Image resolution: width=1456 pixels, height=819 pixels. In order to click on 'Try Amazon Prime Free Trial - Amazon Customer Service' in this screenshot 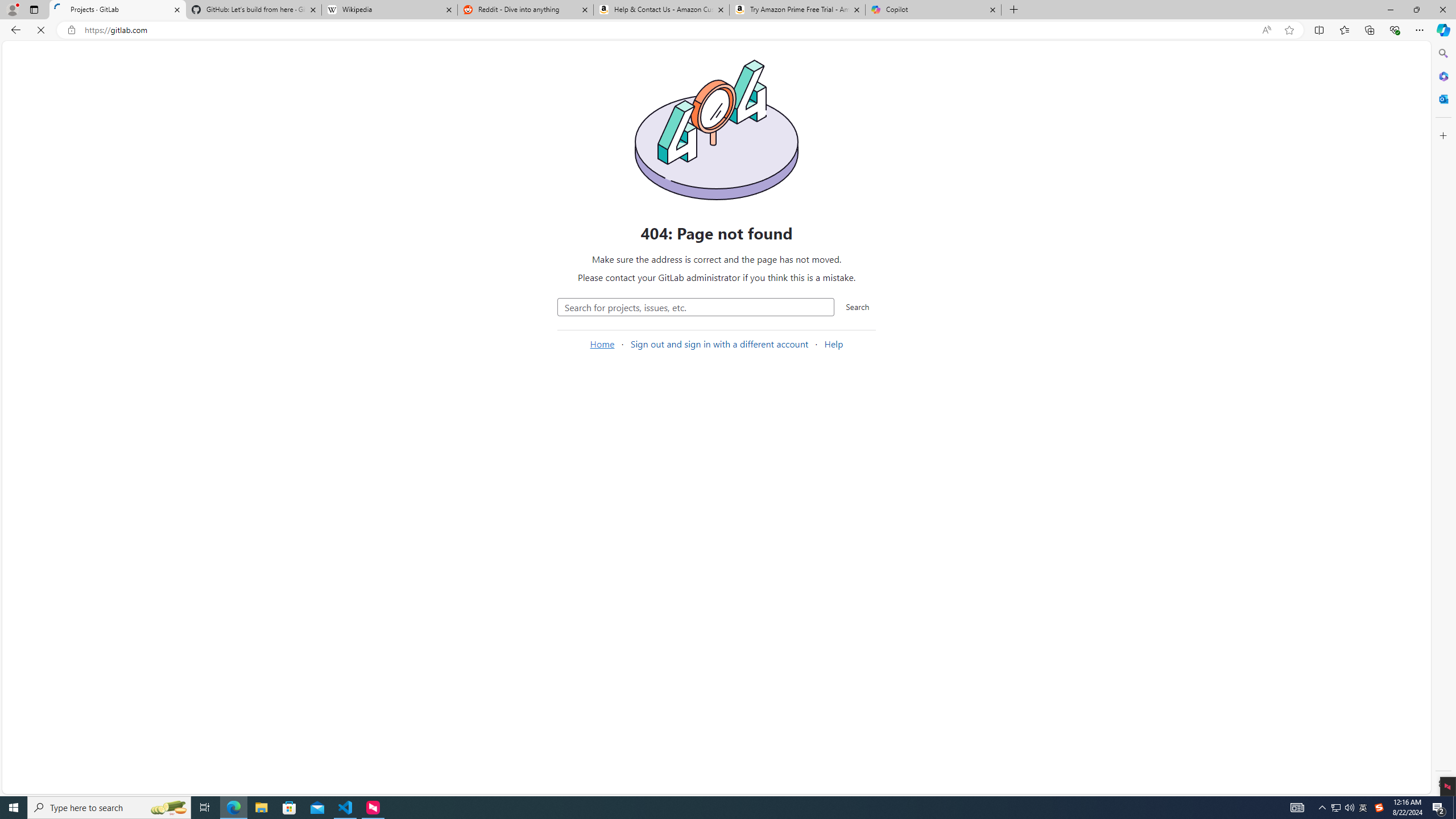, I will do `click(797, 9)`.